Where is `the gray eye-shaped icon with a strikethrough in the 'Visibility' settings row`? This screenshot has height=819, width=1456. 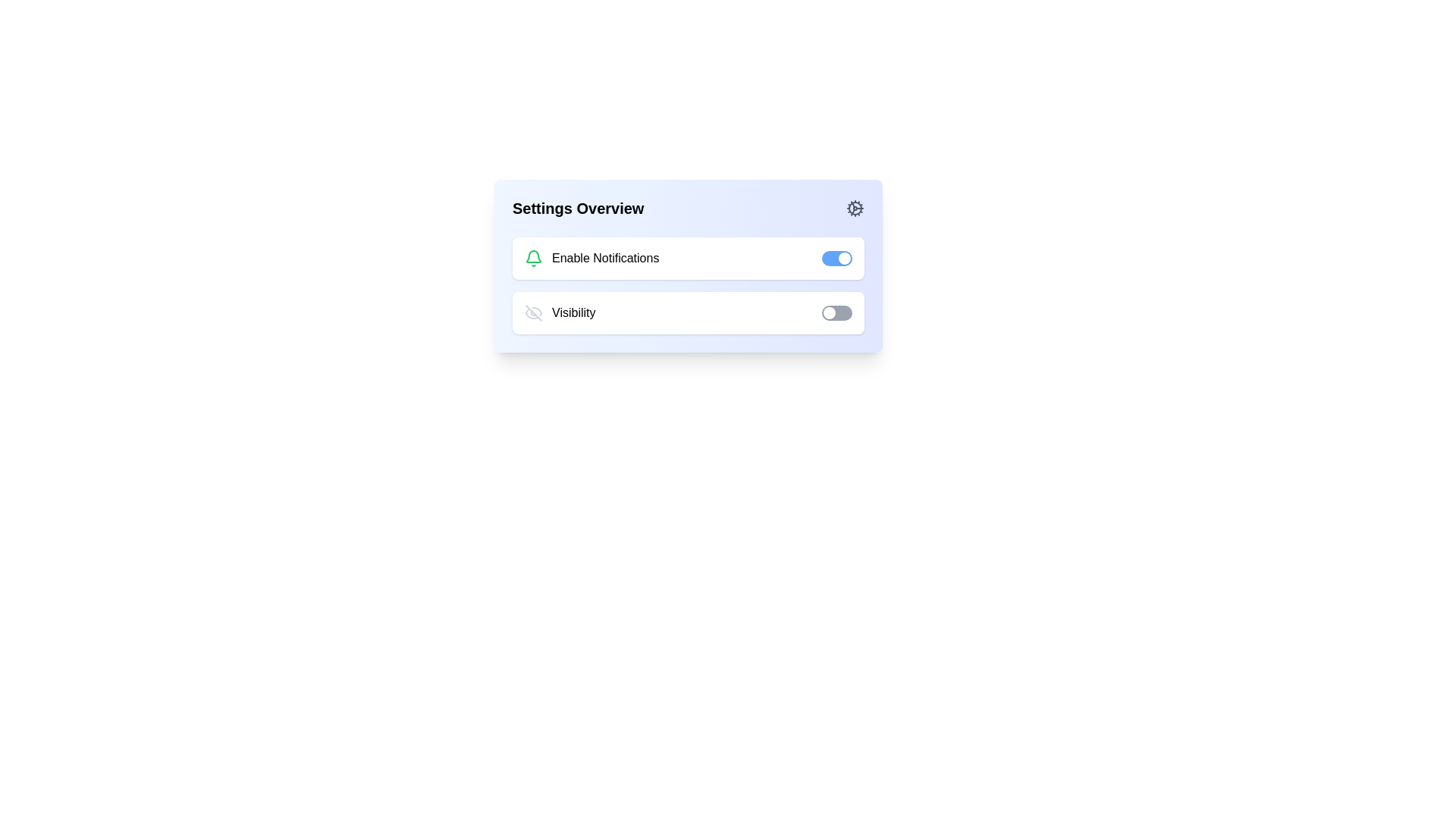
the gray eye-shaped icon with a strikethrough in the 'Visibility' settings row is located at coordinates (534, 312).